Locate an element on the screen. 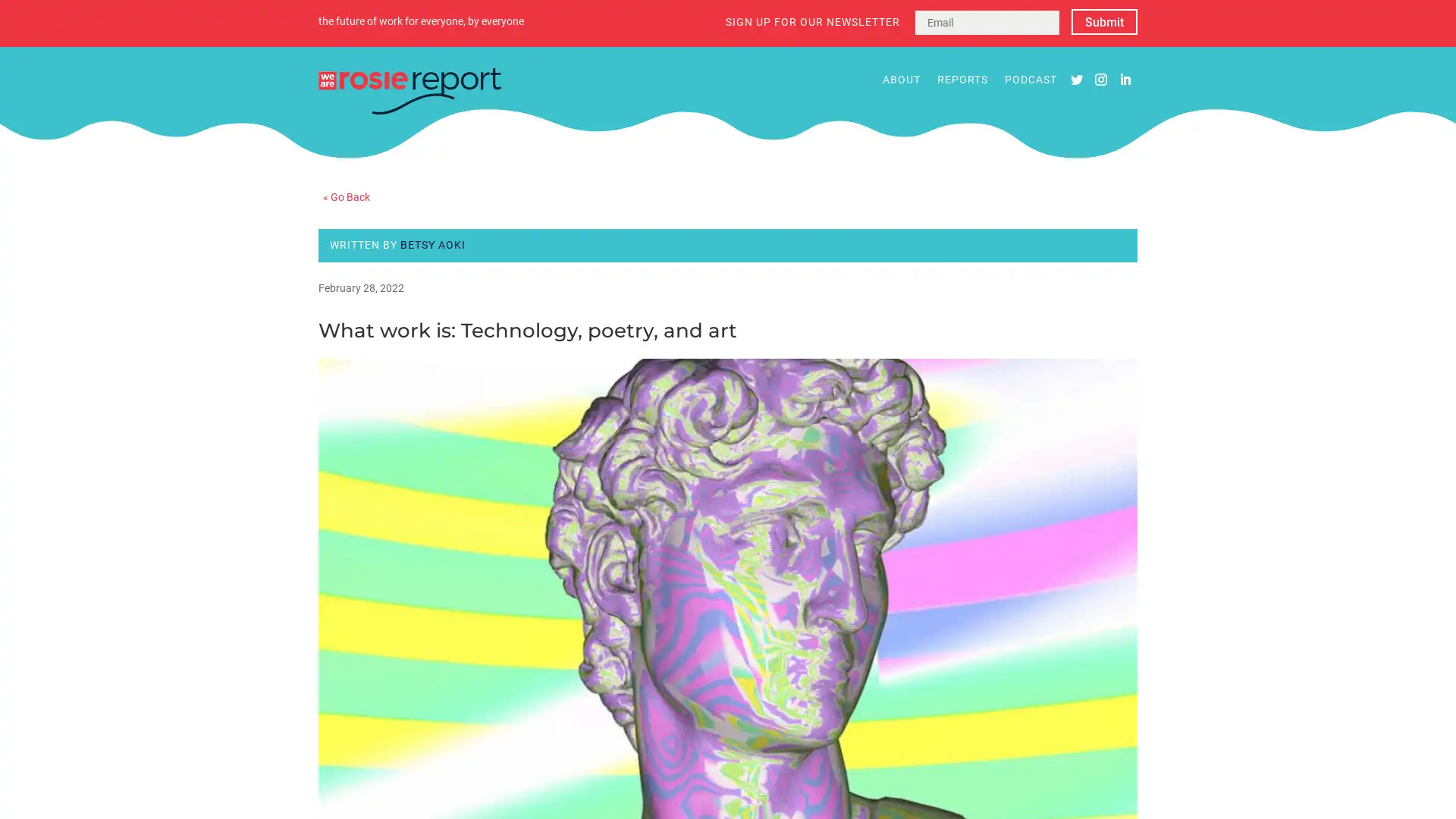 The image size is (1456, 819). Submit is located at coordinates (1103, 22).